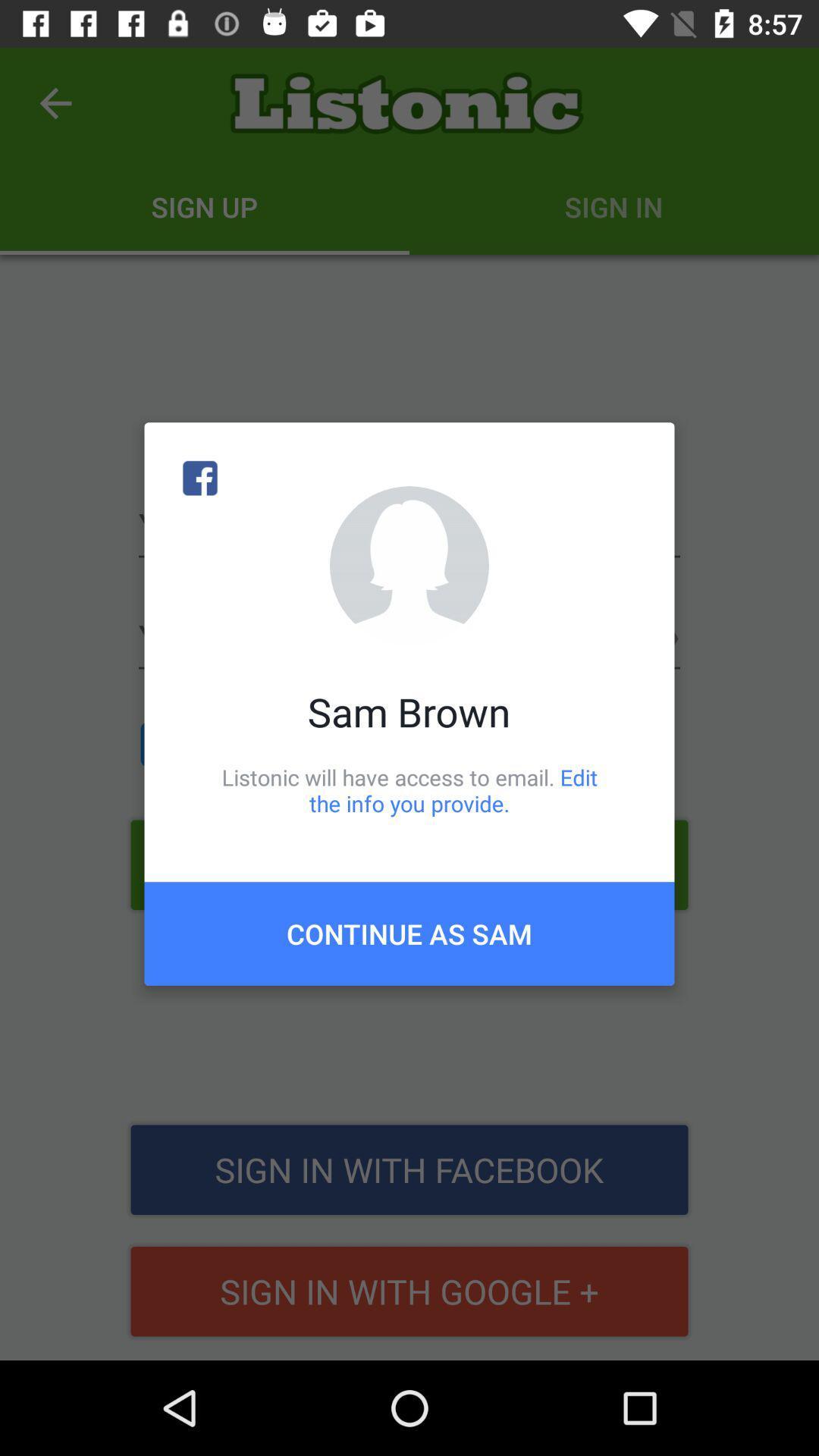 Image resolution: width=819 pixels, height=1456 pixels. Describe the element at coordinates (409, 789) in the screenshot. I see `item above continue as sam icon` at that location.